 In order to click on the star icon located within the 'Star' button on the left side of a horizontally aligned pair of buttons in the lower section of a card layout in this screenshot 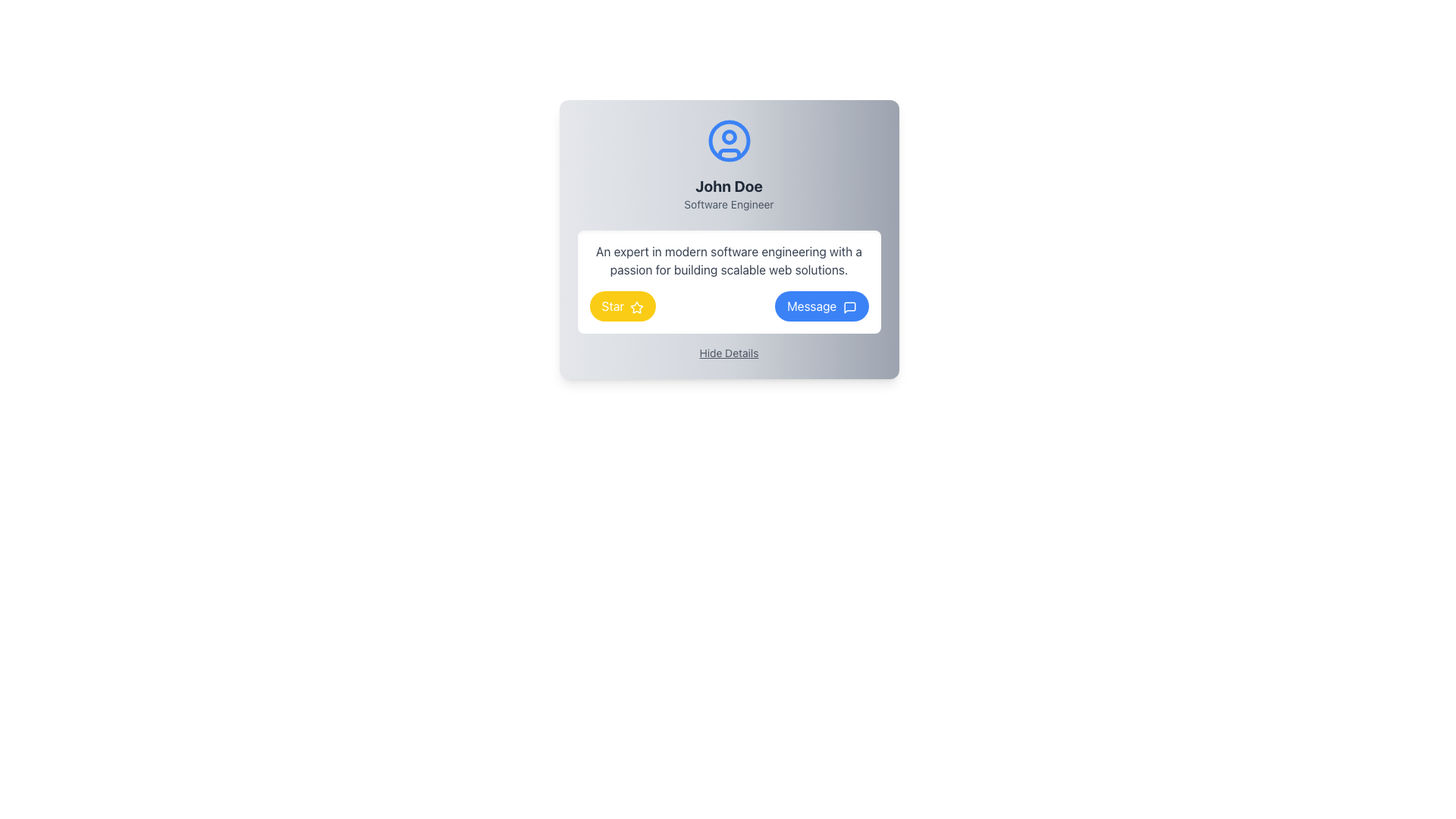, I will do `click(637, 307)`.